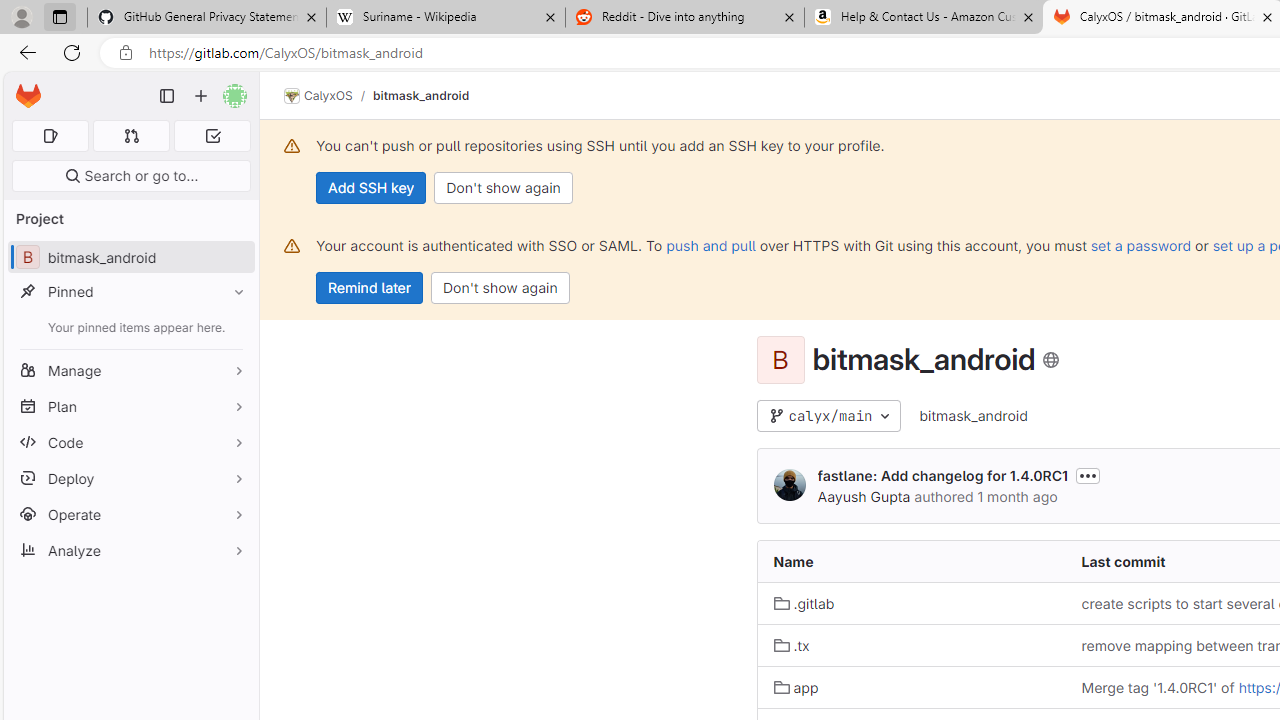  Describe the element at coordinates (23, 86) in the screenshot. I see `'Skip to main content'` at that location.